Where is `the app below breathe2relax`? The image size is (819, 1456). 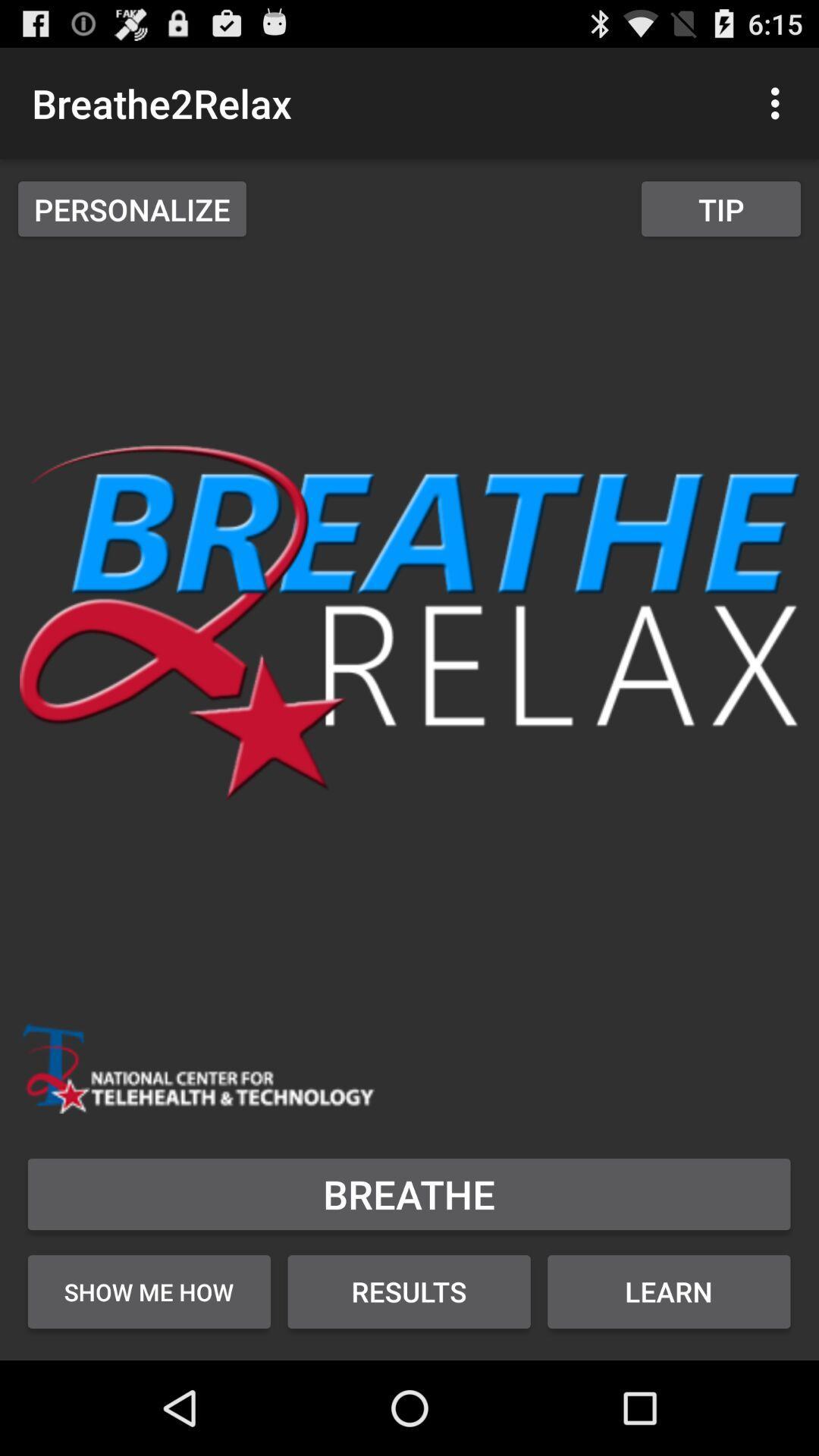 the app below breathe2relax is located at coordinates (131, 208).